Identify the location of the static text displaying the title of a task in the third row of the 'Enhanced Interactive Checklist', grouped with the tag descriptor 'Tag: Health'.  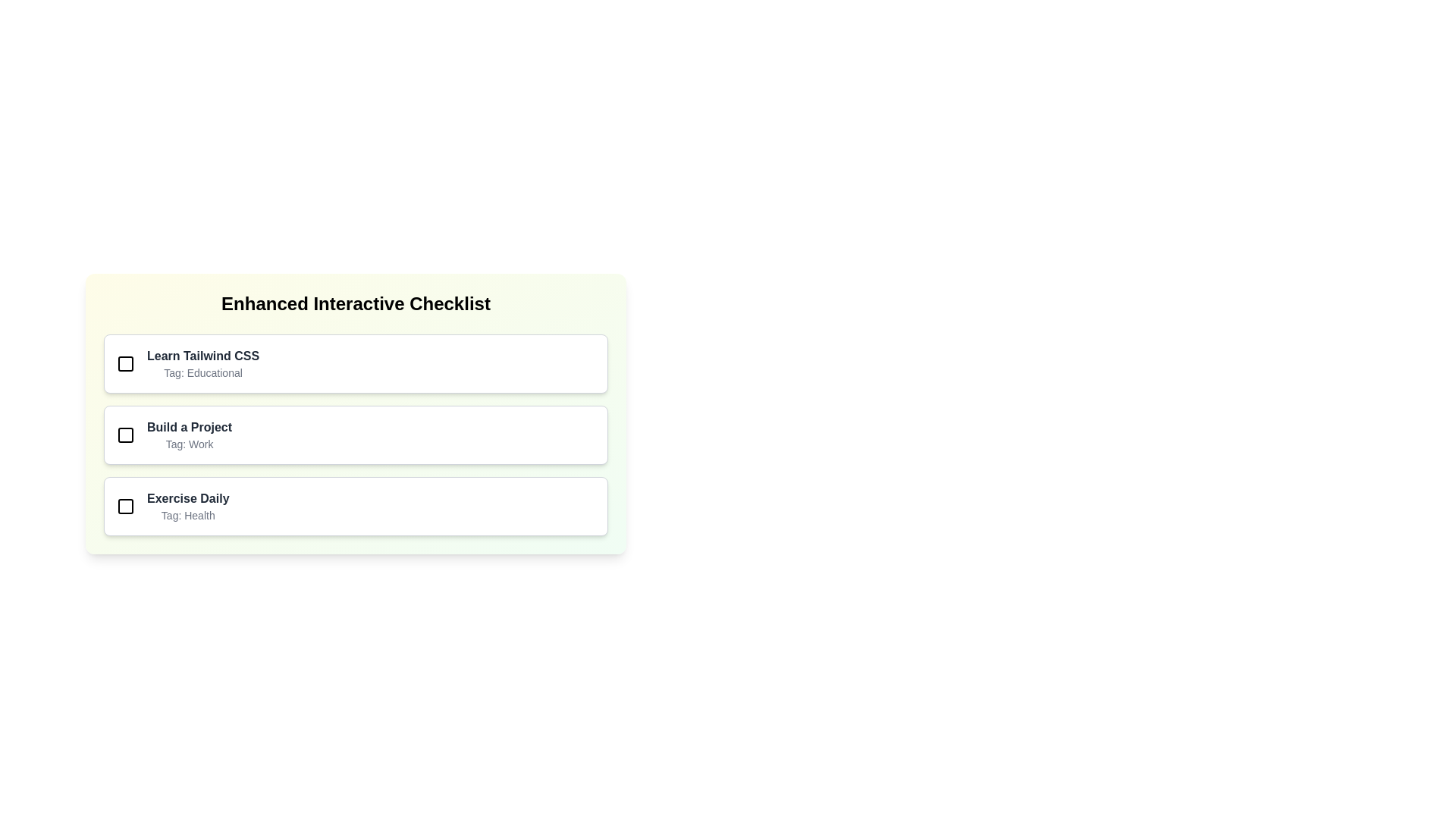
(187, 499).